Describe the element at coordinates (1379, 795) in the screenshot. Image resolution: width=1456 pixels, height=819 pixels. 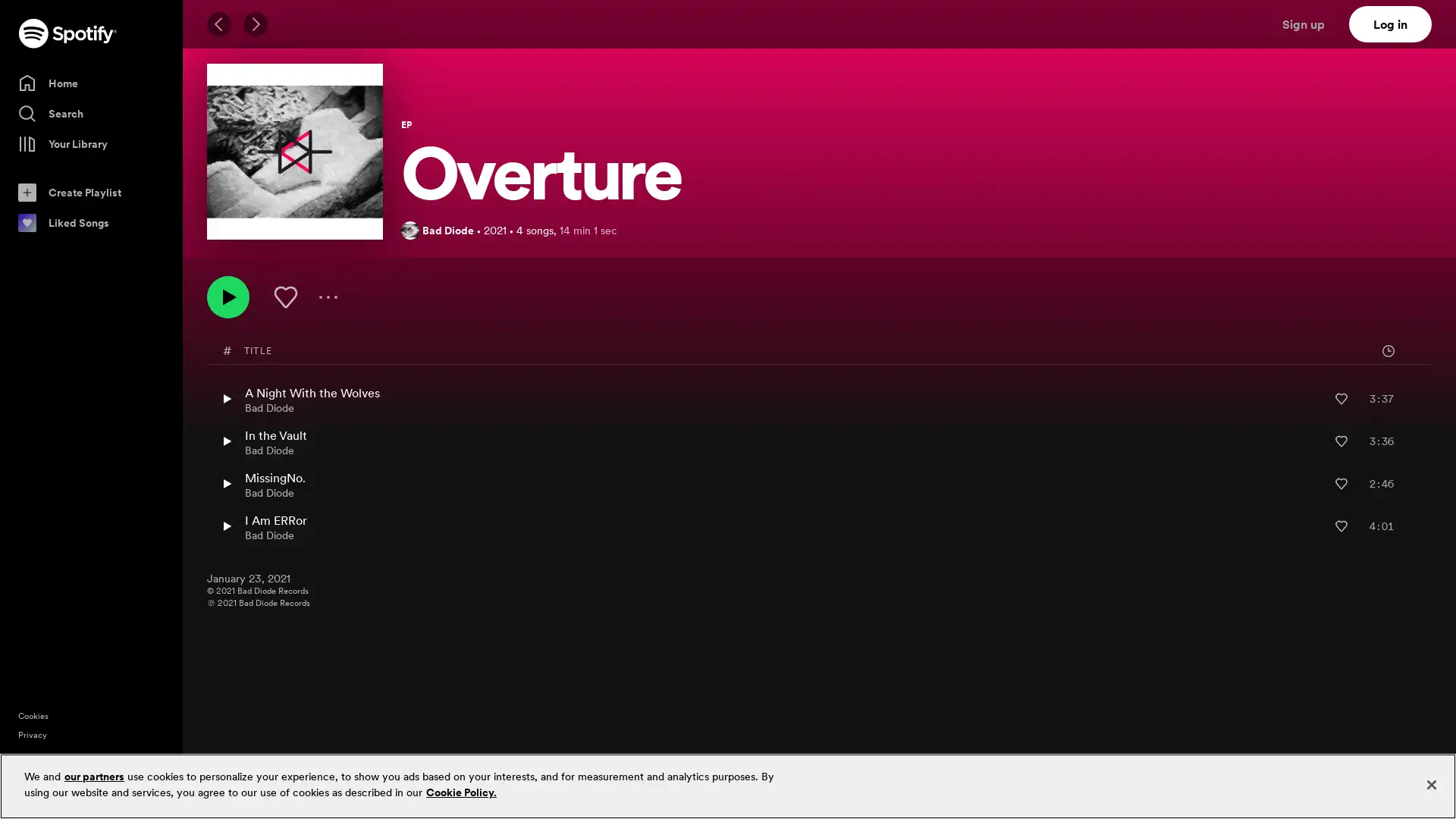
I see `Sign up free` at that location.